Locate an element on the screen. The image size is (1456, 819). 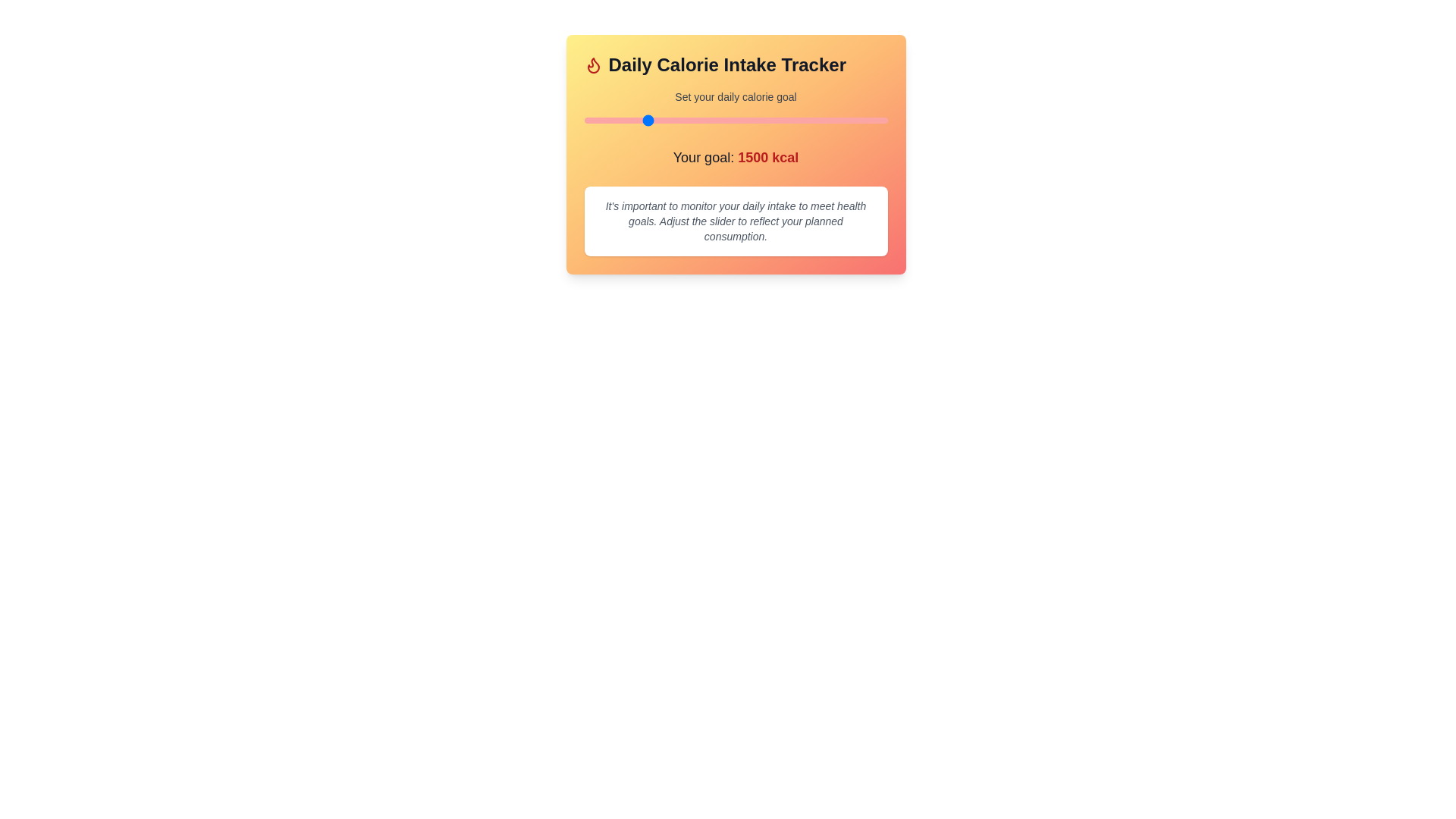
the calorie goal slider to a value of 1197 is located at coordinates (607, 119).